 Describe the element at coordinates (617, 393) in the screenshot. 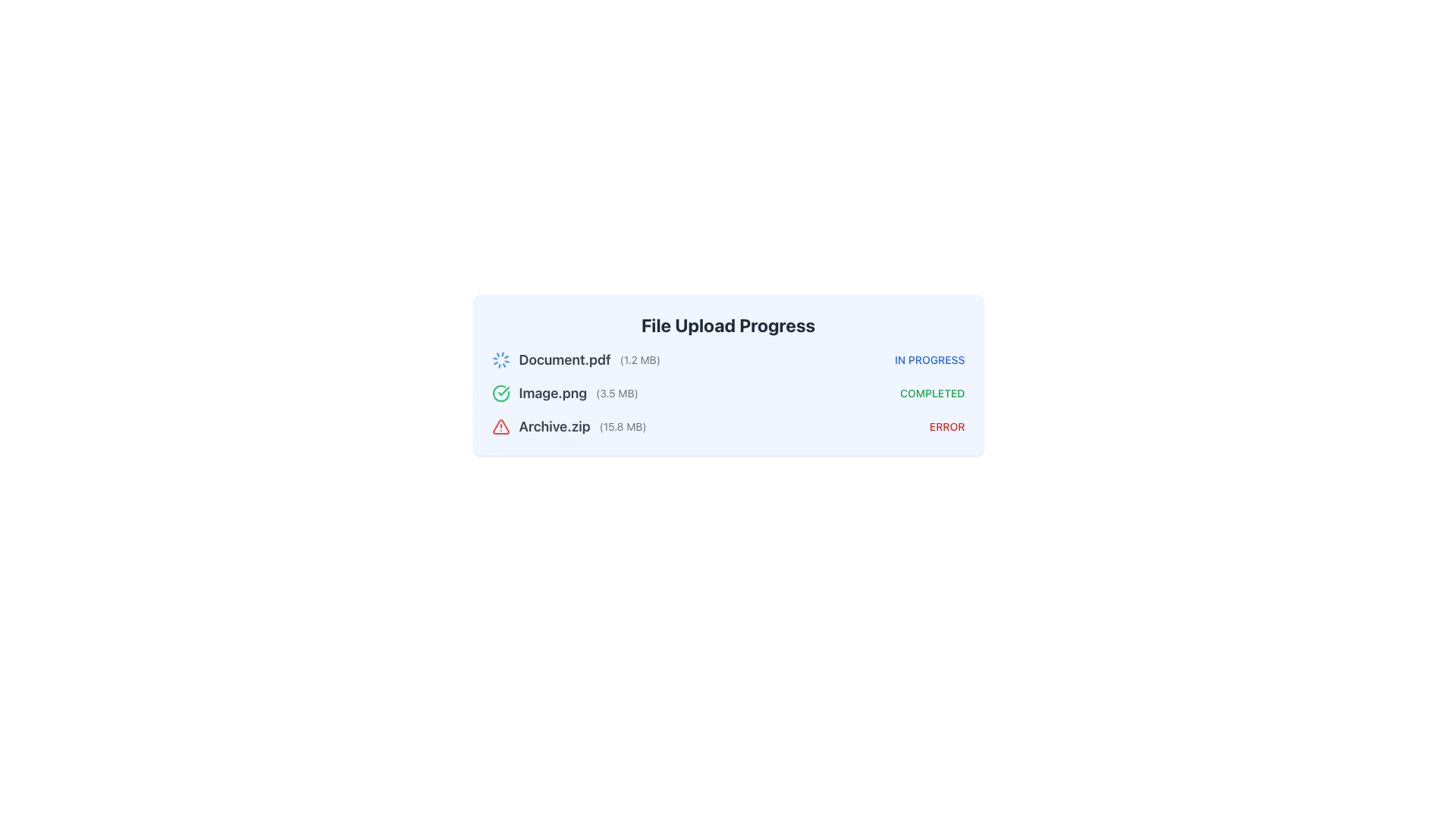

I see `text displaying the file size of 'Image.png', which is positioned to the right of its label in the UI` at that location.